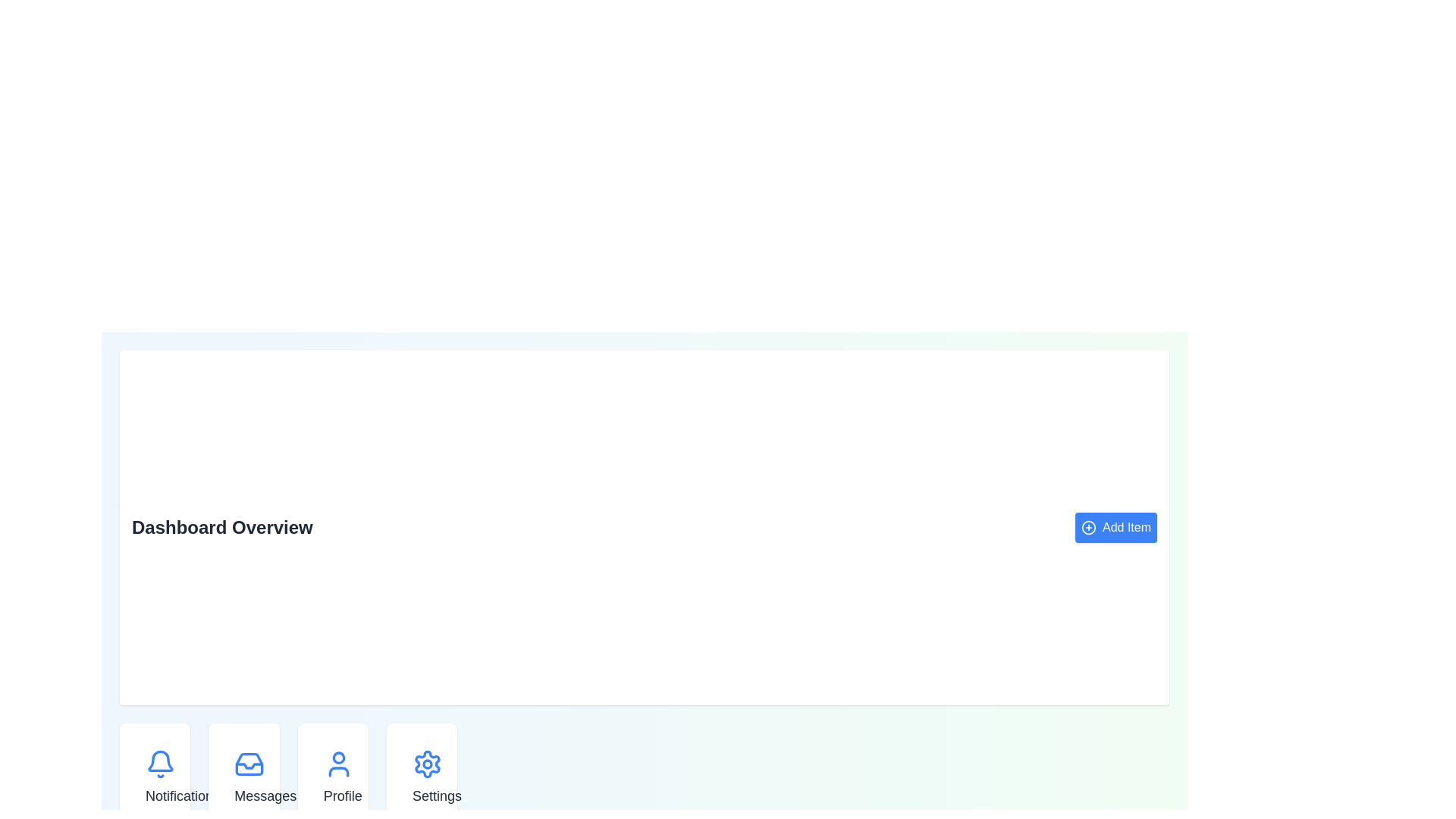 This screenshot has height=819, width=1456. What do you see at coordinates (1087, 526) in the screenshot?
I see `the 'Add Item' button which encompasses the SVG circle element` at bounding box center [1087, 526].